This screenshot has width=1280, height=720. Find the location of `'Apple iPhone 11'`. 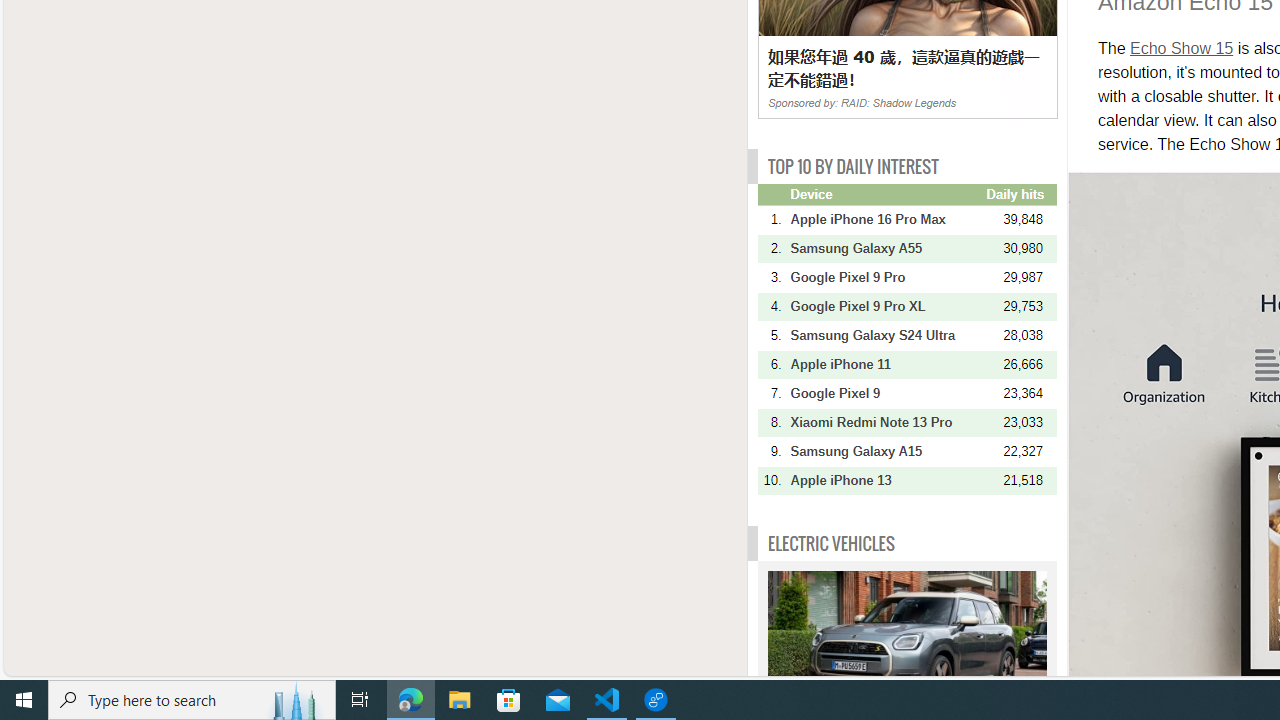

'Apple iPhone 11' is located at coordinates (885, 364).